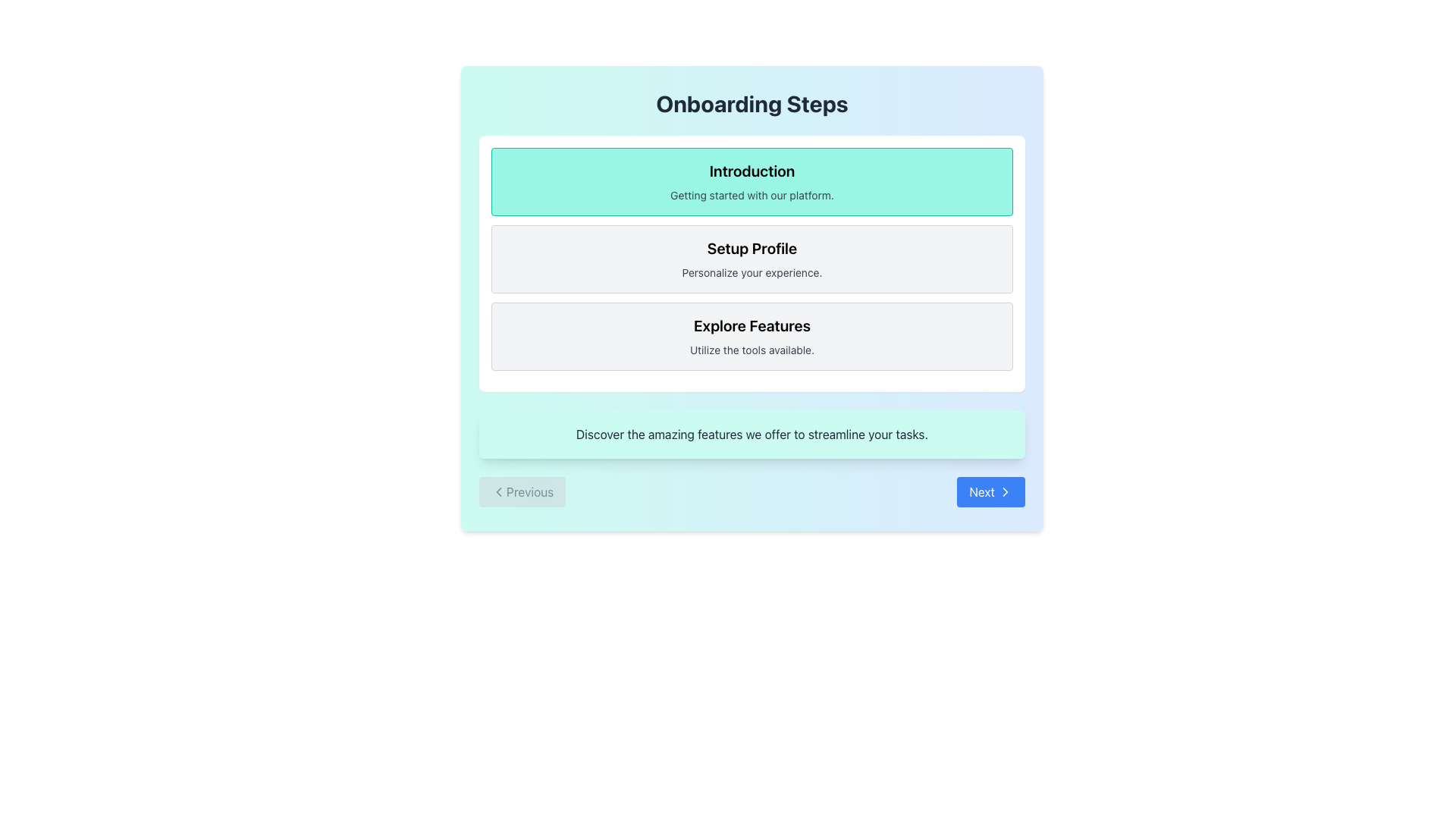 The height and width of the screenshot is (819, 1456). I want to click on the teal-colored text box that contains the text 'Discover the amazing features we offer to streamline your tasks.' which is located above the 'Previous' and 'Next' buttons, so click(752, 435).